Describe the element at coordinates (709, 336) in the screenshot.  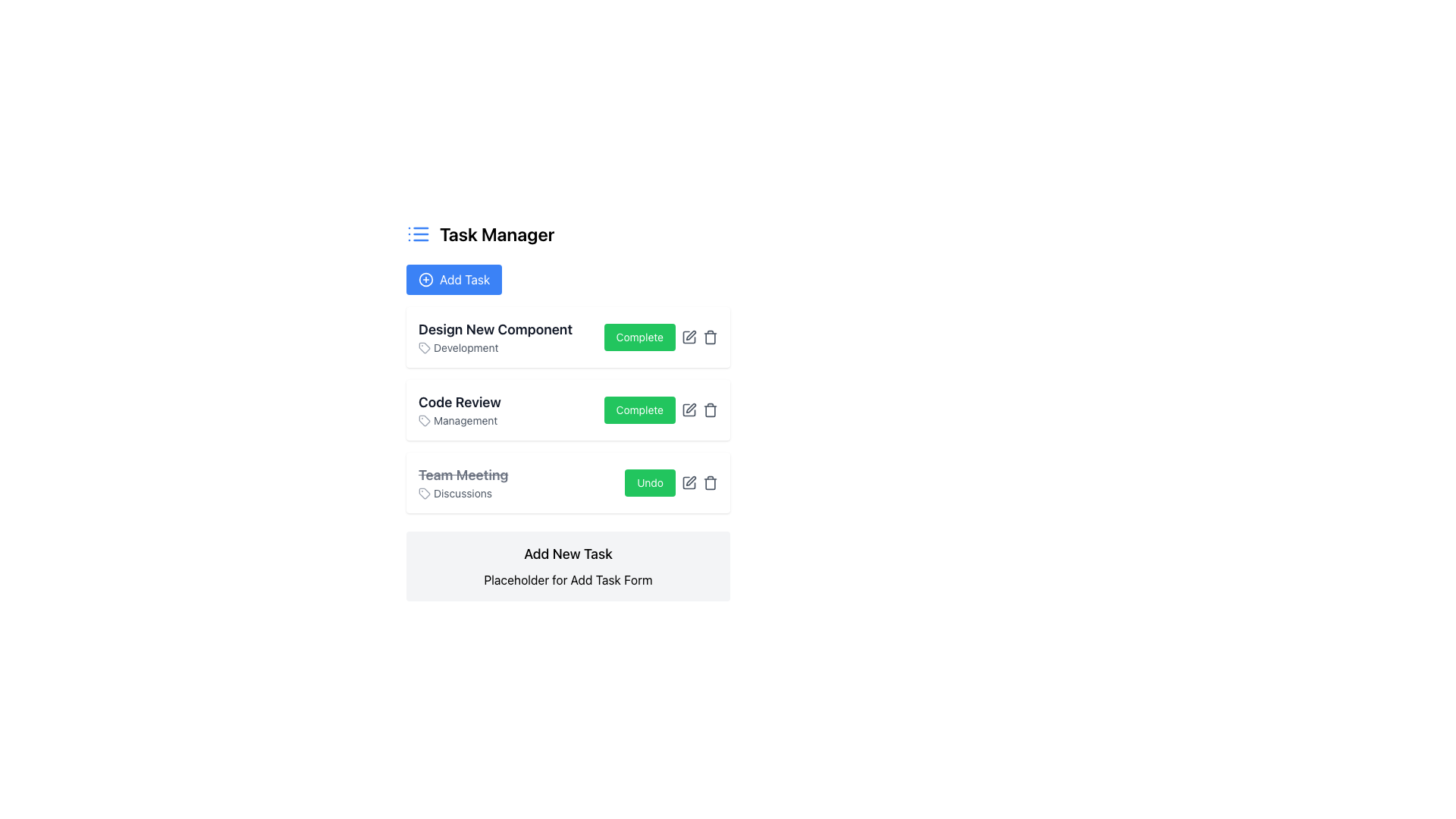
I see `the delete icon located in the top-right corner of the 'Design New Component' task card` at that location.